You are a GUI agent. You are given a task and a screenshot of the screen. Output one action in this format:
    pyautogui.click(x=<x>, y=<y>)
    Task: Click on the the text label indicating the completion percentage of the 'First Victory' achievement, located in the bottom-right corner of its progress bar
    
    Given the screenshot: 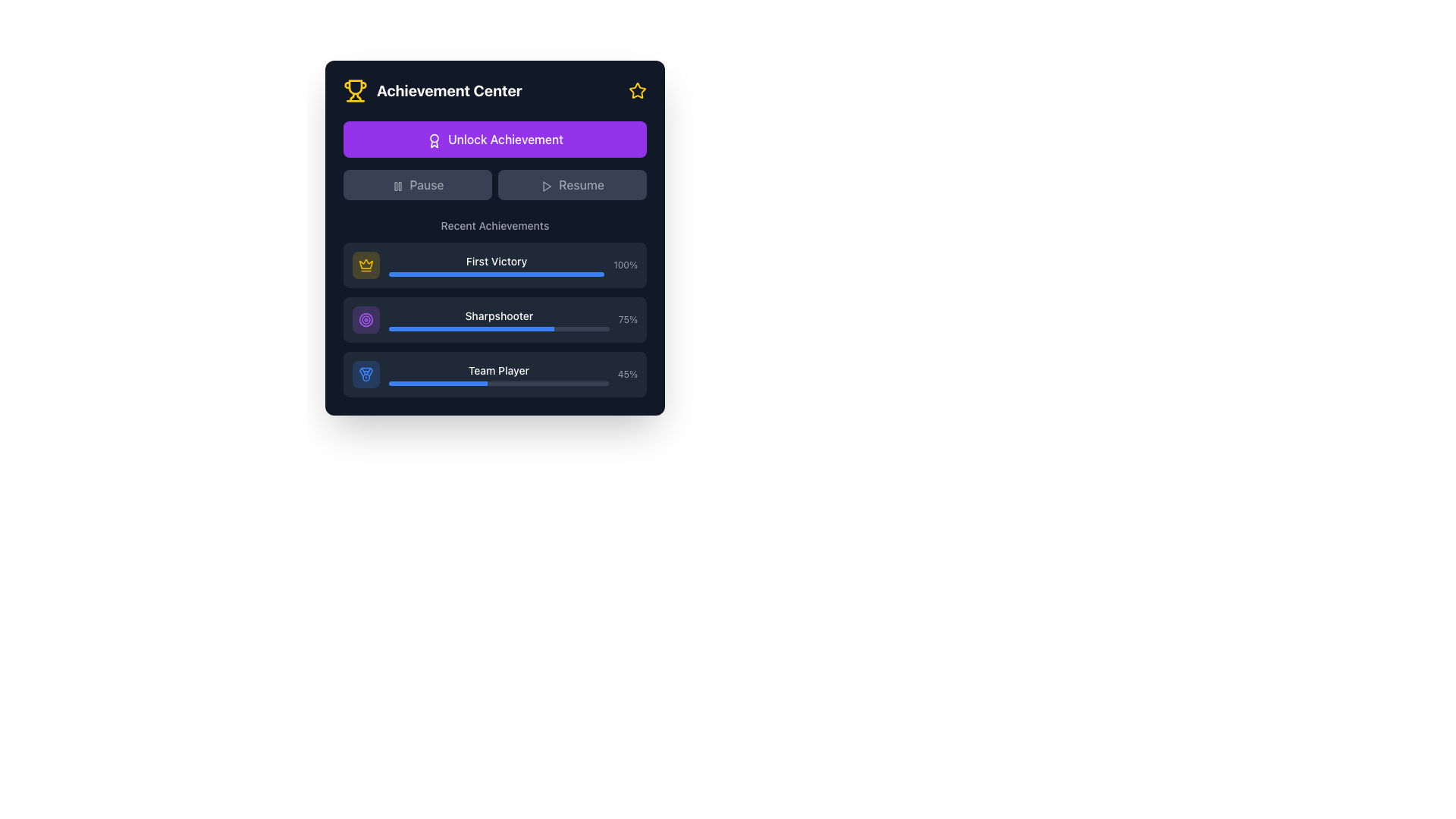 What is the action you would take?
    pyautogui.click(x=626, y=265)
    